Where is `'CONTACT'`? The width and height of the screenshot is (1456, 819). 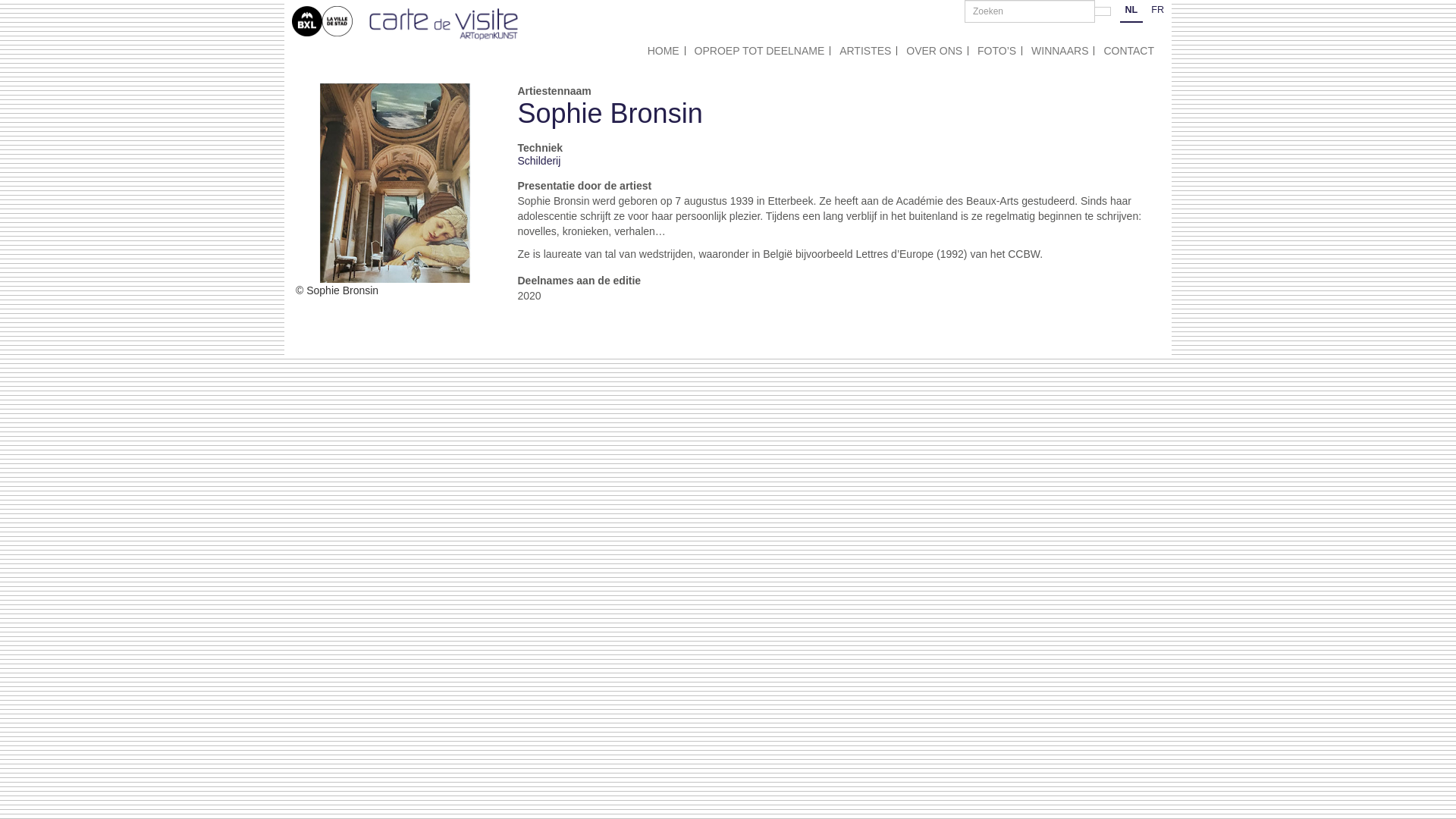
'CONTACT' is located at coordinates (1097, 49).